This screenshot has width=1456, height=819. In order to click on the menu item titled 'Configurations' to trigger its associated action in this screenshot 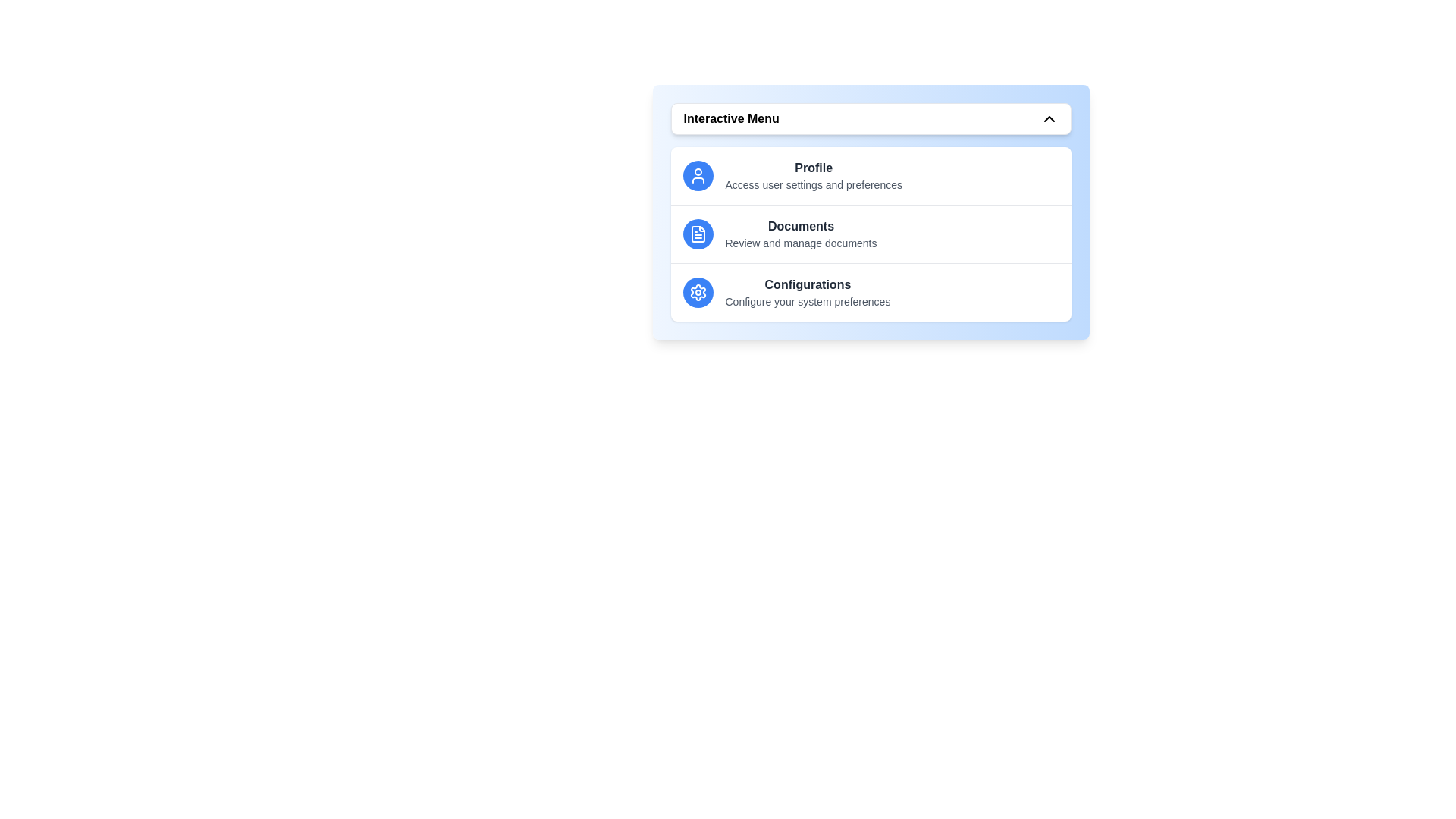, I will do `click(807, 284)`.